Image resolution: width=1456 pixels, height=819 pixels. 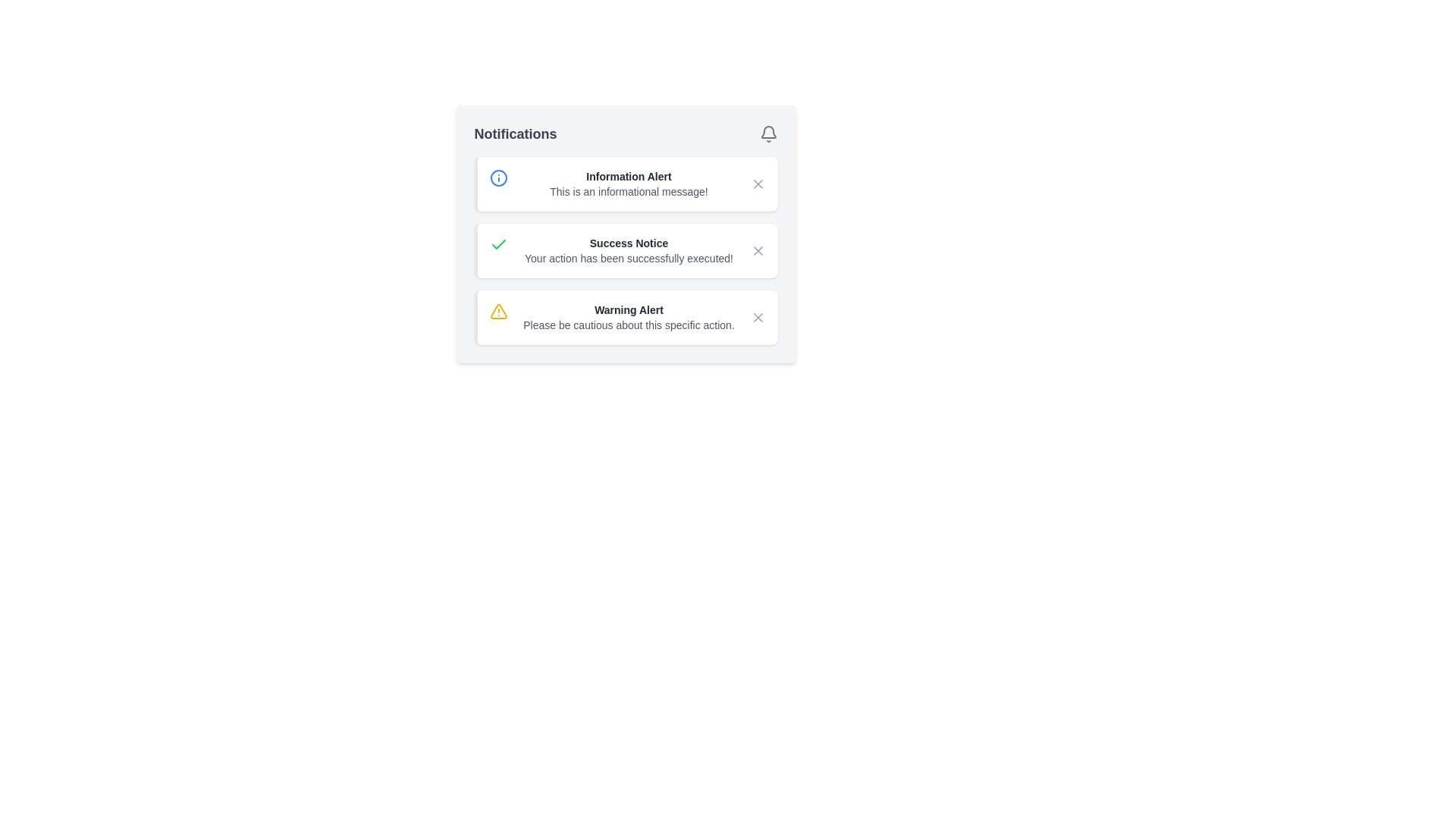 I want to click on the close button icon, shaped like an 'X', located at the far-right end of the third warning notification, so click(x=758, y=317).